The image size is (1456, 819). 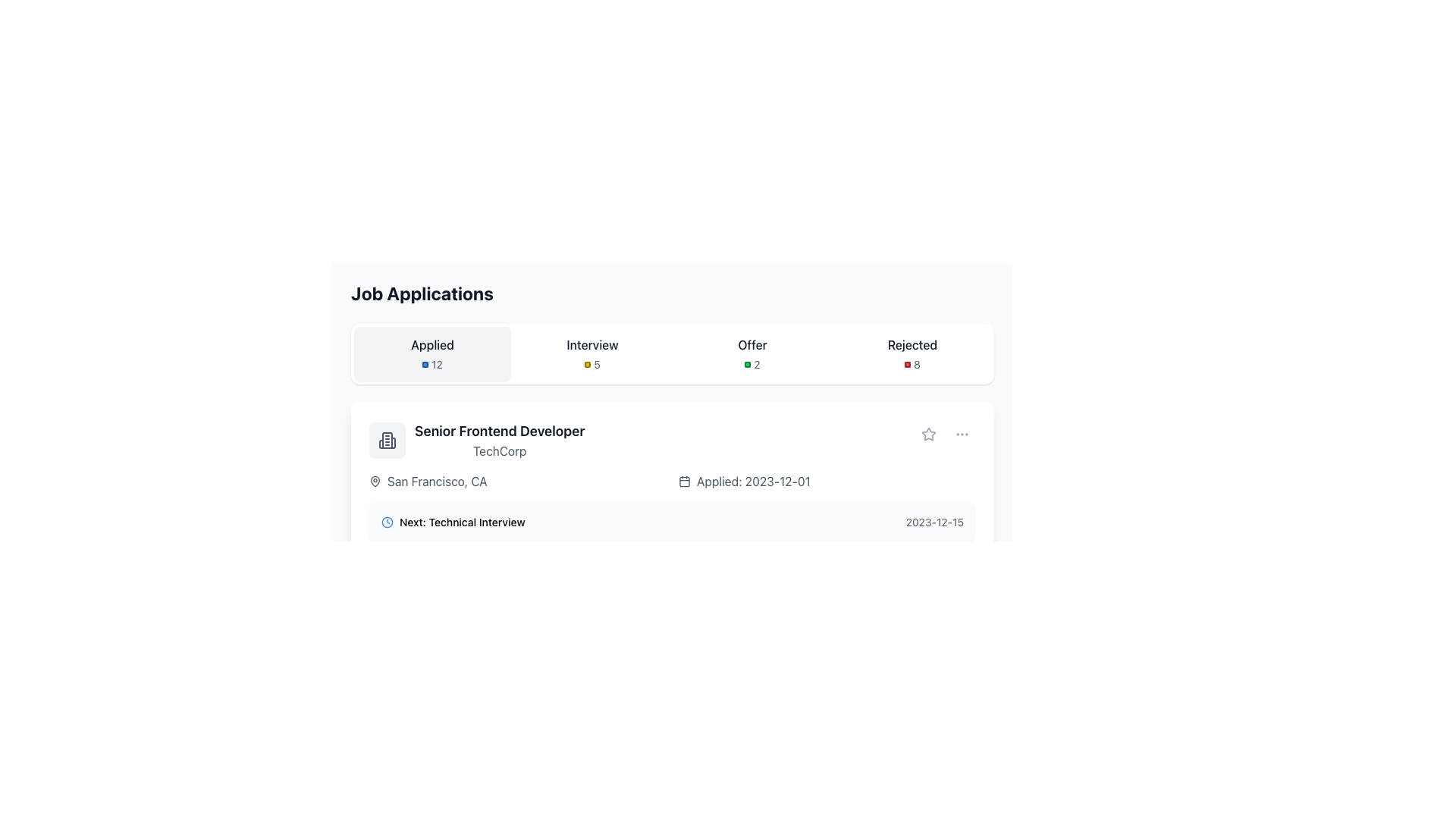 I want to click on numeric value '12' displayed in the text area labeled 'Applied' which is located in the top-left portion of the job applications section, so click(x=431, y=353).